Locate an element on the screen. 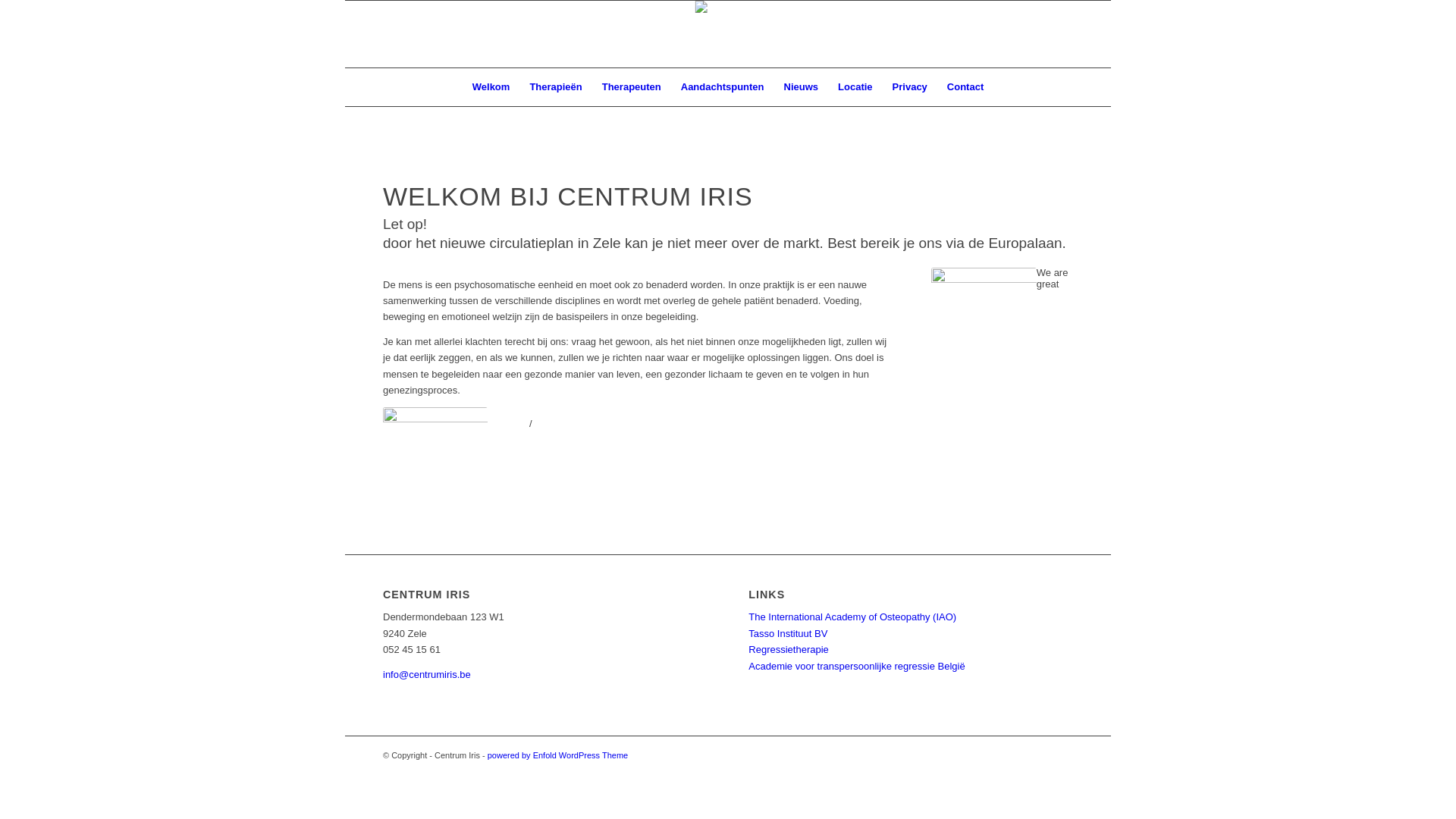 This screenshot has width=1456, height=819. 'Therapeuten' is located at coordinates (632, 87).